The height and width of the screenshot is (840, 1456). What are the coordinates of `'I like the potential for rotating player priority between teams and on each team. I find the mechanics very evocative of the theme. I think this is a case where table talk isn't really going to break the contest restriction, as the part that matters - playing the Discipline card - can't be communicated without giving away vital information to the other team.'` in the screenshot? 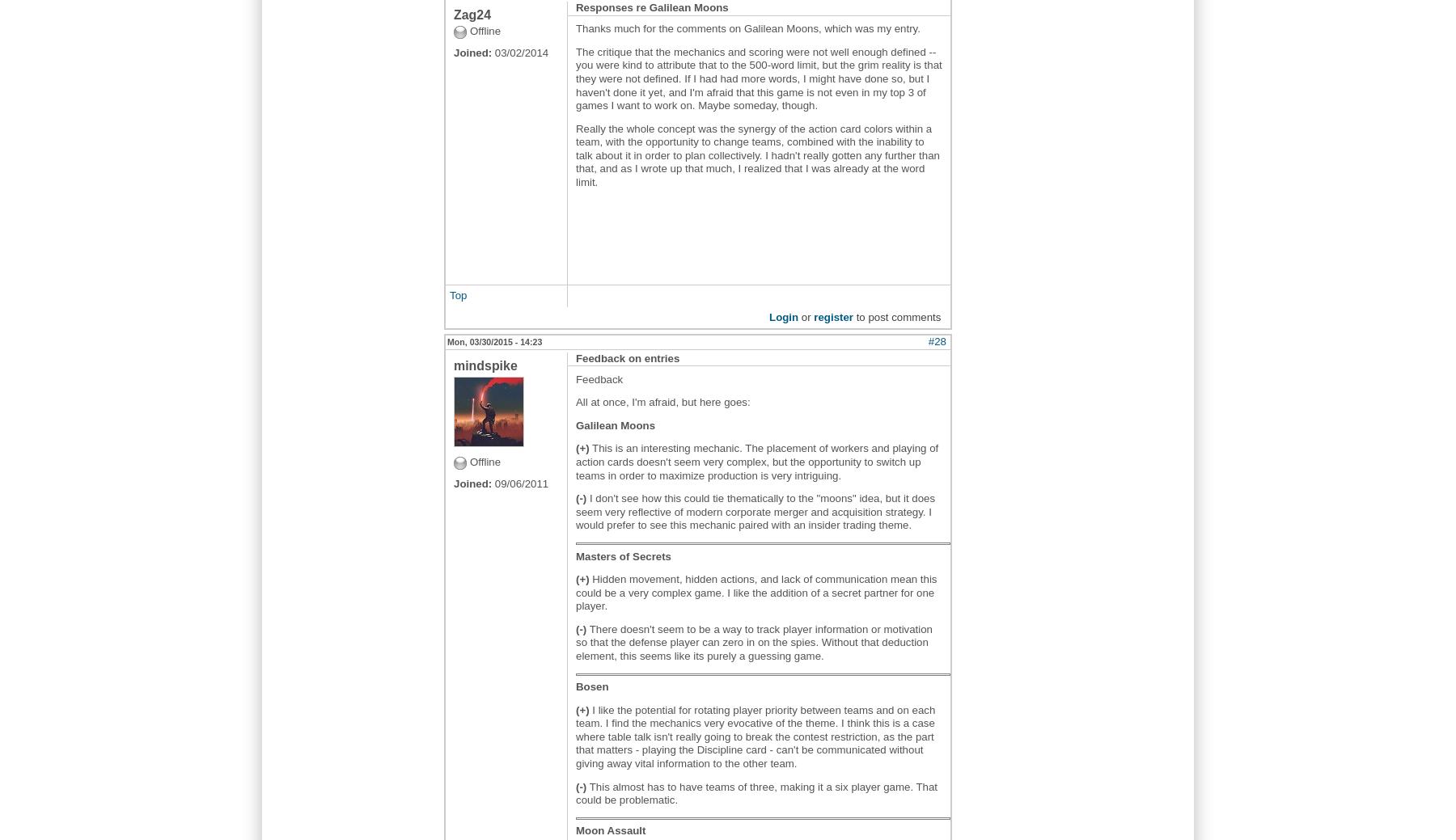 It's located at (755, 736).